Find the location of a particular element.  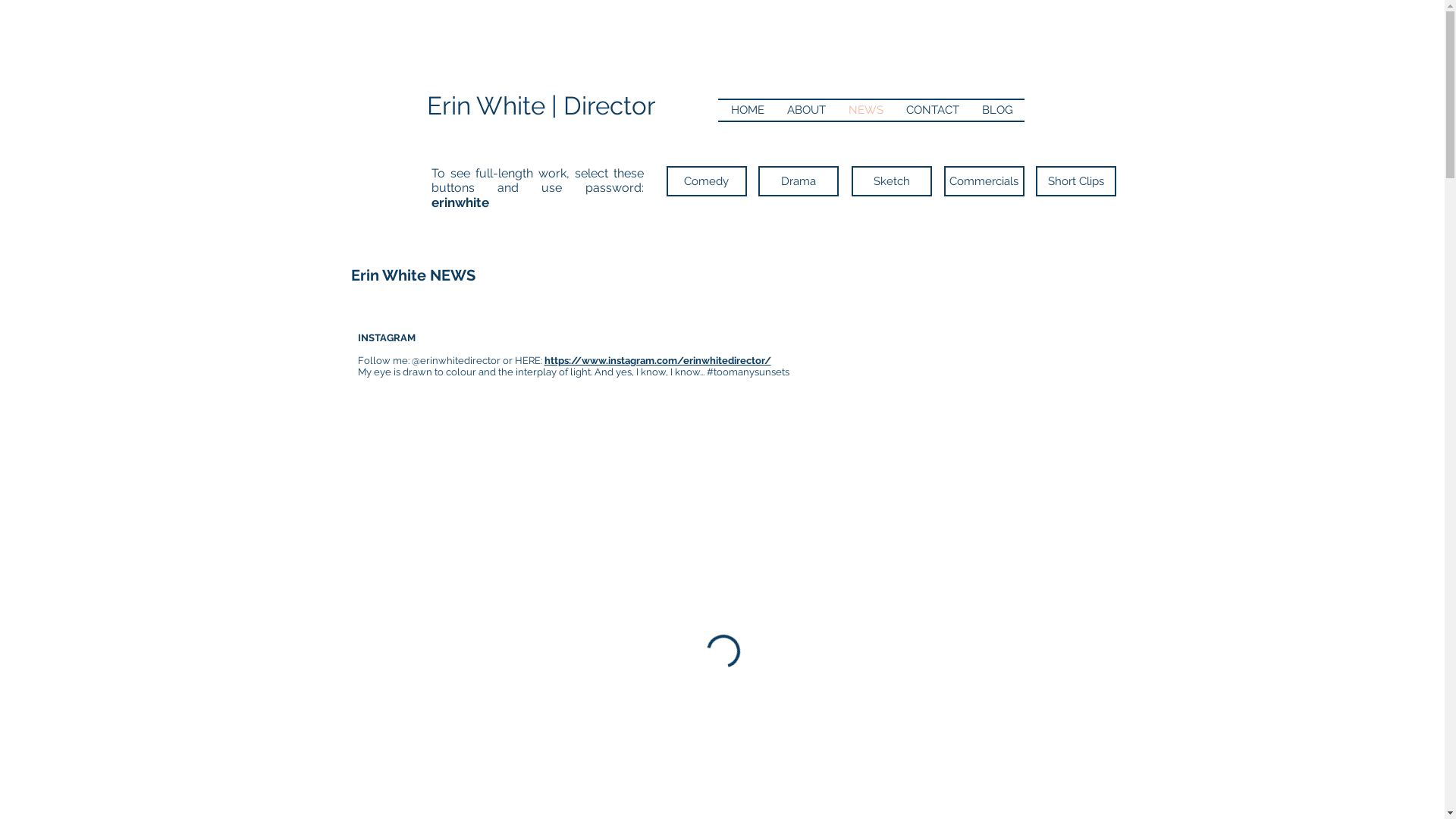

'Comedy' is located at coordinates (705, 180).